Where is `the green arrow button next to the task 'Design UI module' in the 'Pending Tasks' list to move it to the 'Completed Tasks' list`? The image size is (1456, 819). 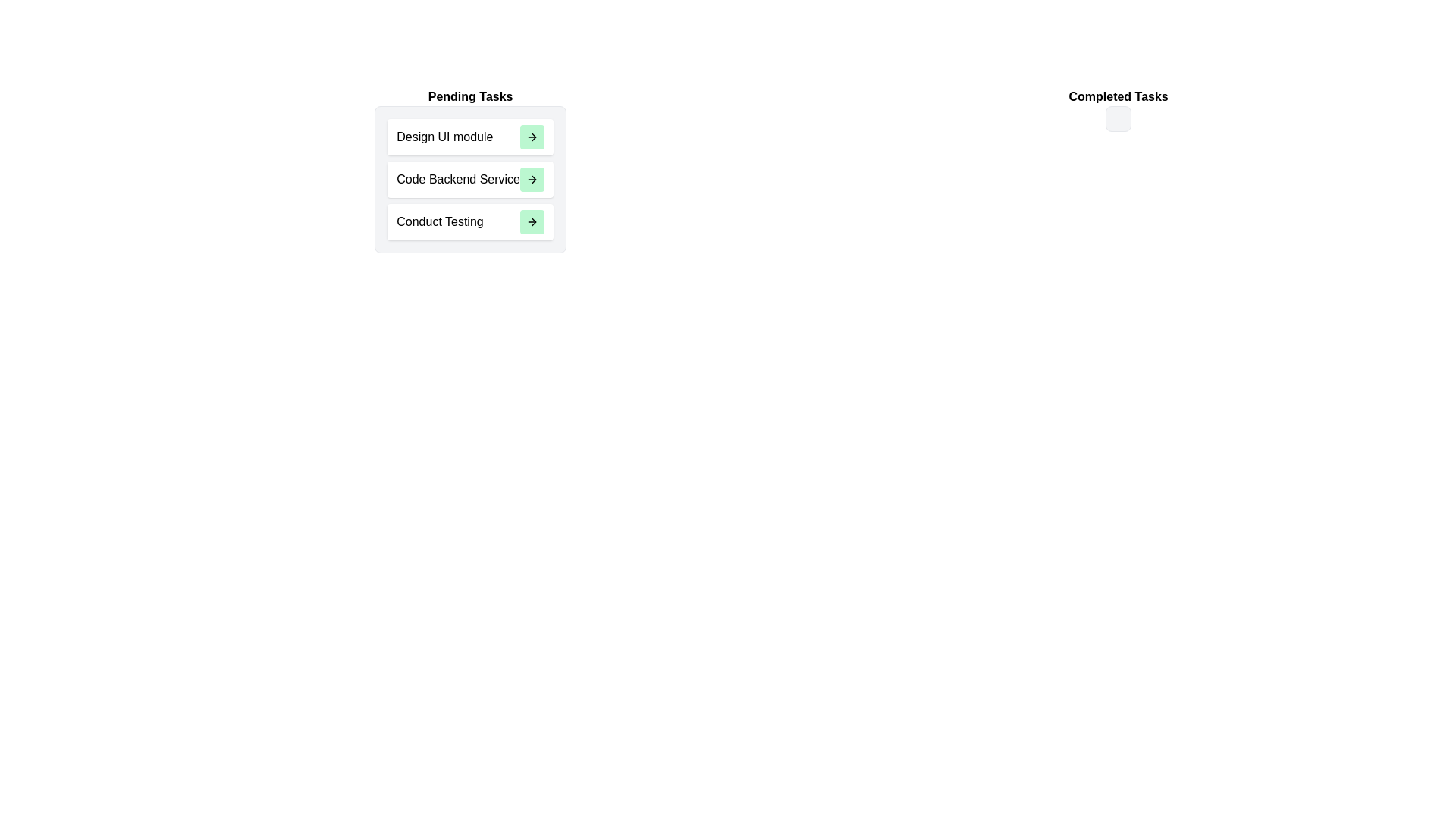 the green arrow button next to the task 'Design UI module' in the 'Pending Tasks' list to move it to the 'Completed Tasks' list is located at coordinates (532, 137).